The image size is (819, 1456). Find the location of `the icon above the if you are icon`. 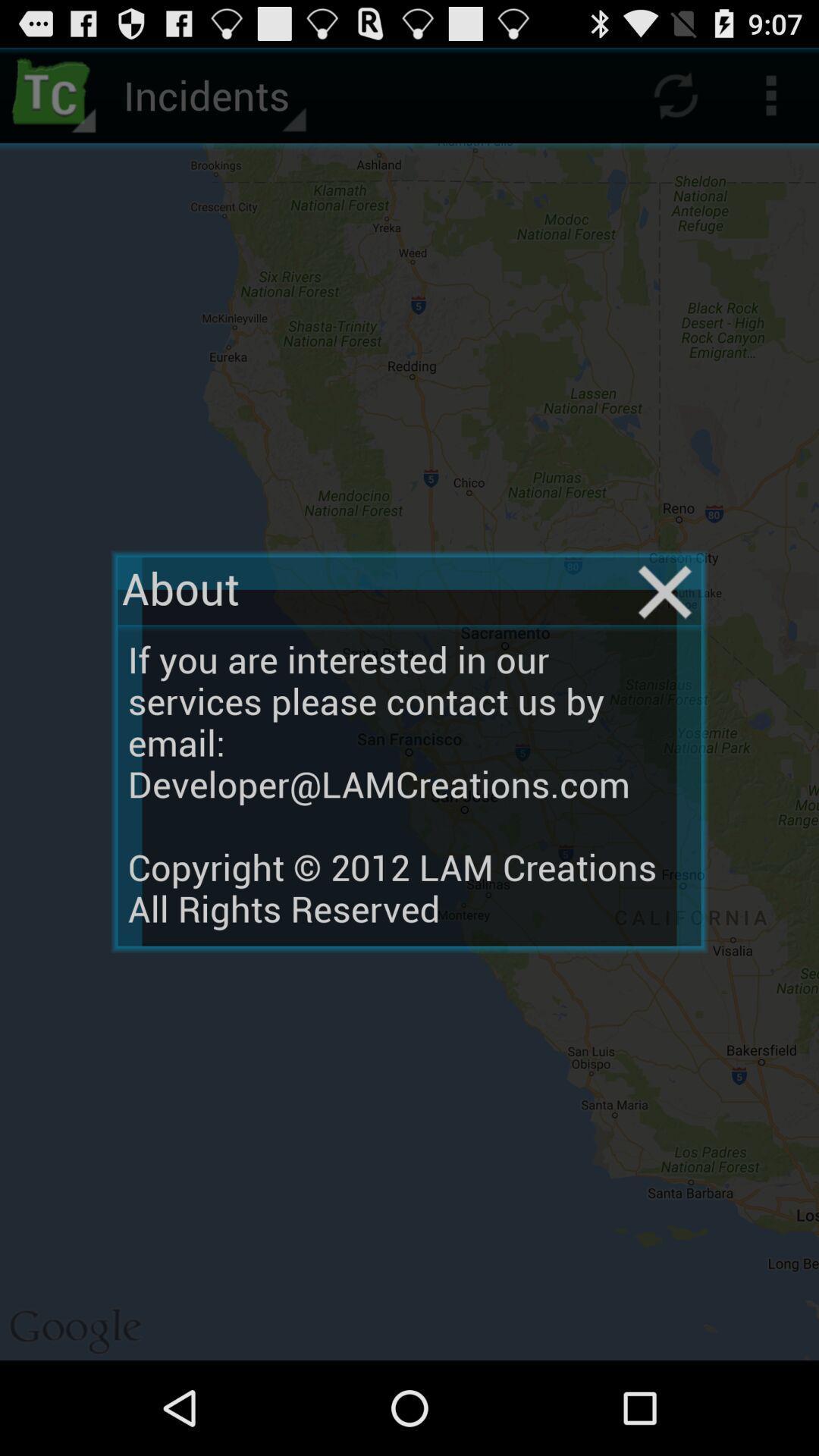

the icon above the if you are icon is located at coordinates (664, 591).